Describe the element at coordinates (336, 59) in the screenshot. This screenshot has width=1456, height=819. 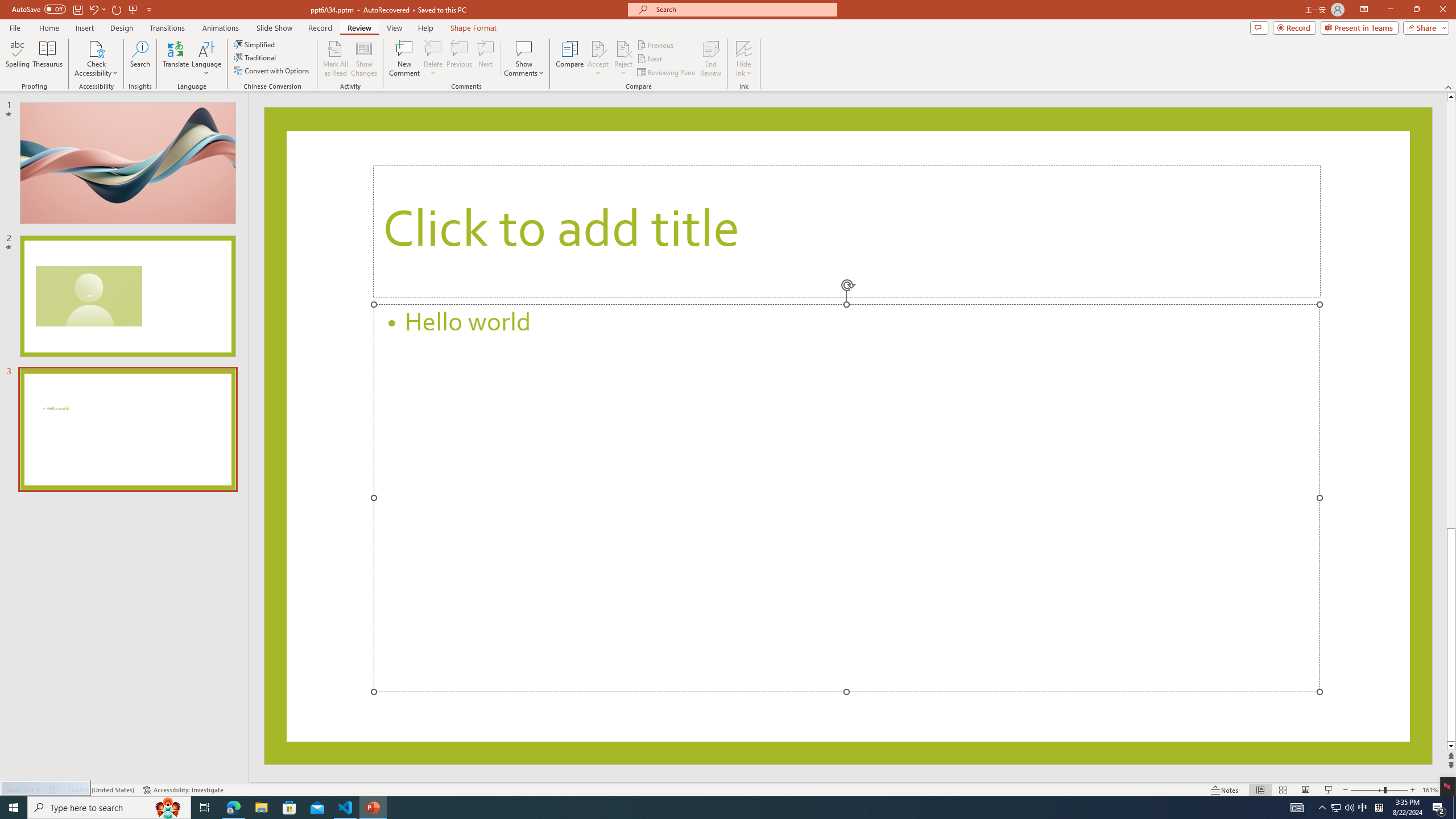
I see `'Mark All as Read'` at that location.